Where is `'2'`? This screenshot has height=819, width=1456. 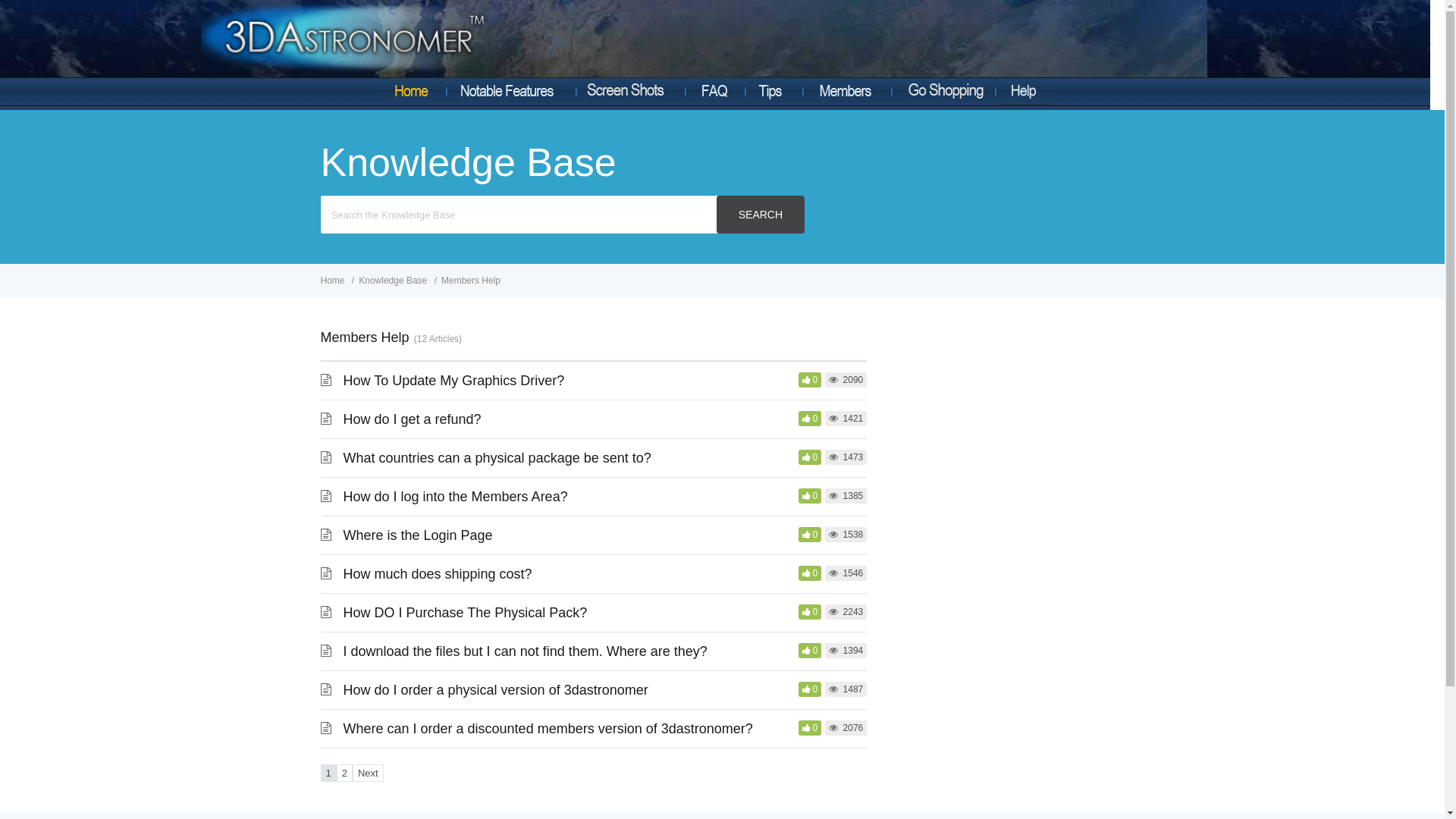 '2' is located at coordinates (344, 773).